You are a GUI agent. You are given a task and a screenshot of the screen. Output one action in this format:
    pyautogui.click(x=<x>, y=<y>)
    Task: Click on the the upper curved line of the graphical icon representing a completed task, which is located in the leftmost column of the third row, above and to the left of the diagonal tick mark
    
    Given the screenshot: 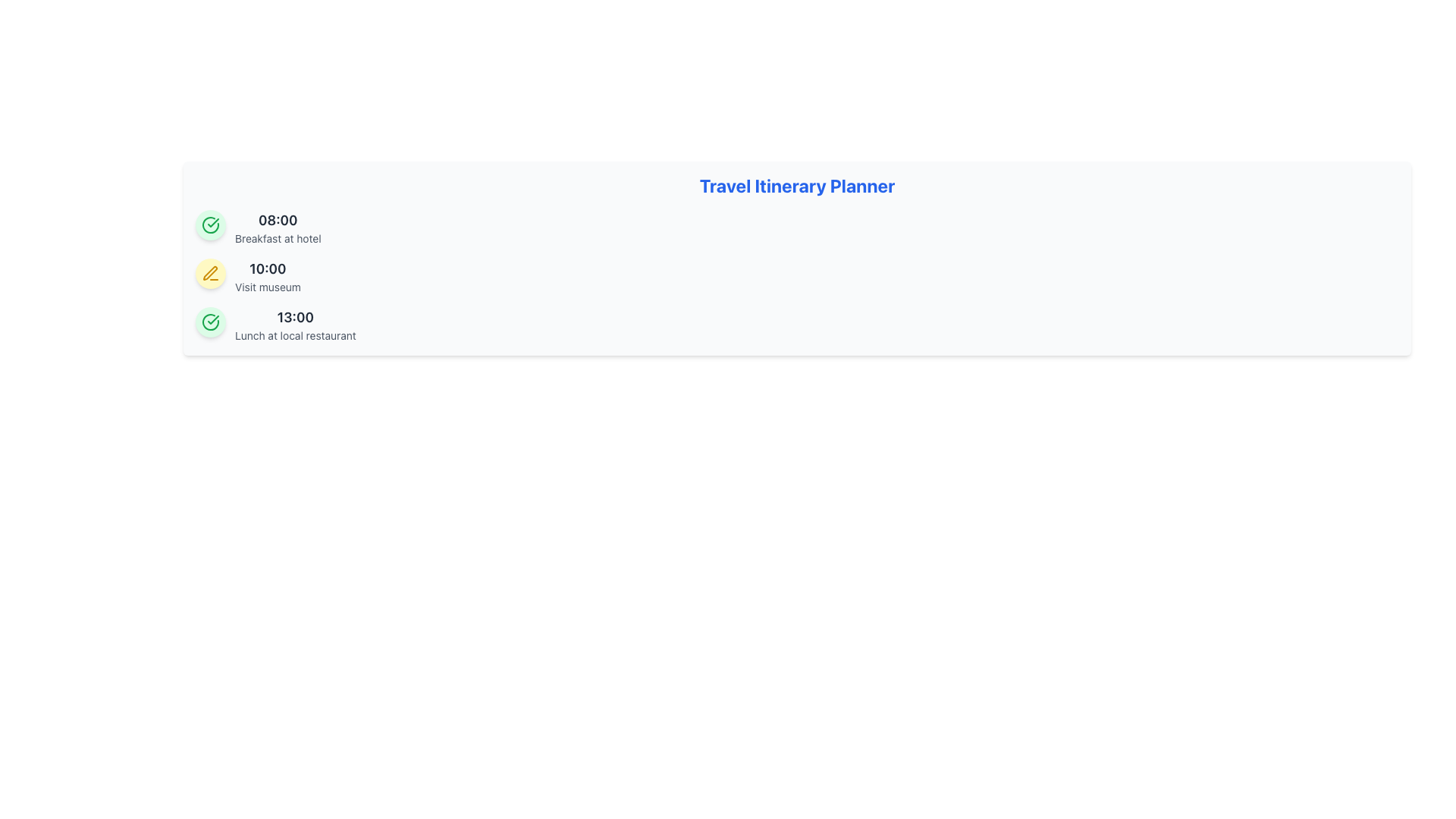 What is the action you would take?
    pyautogui.click(x=210, y=321)
    